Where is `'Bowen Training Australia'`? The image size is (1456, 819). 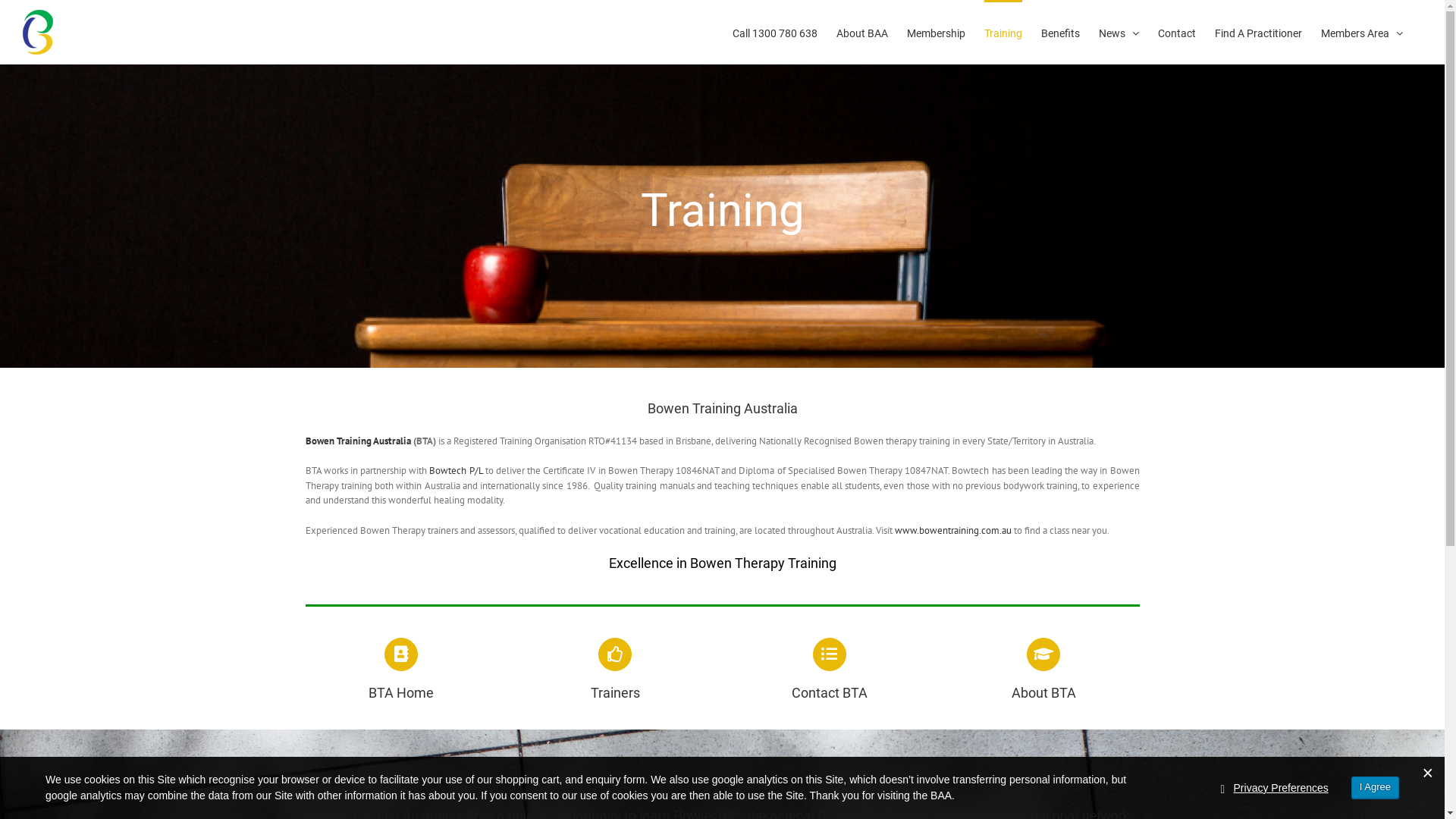
'Bowen Training Australia' is located at coordinates (356, 441).